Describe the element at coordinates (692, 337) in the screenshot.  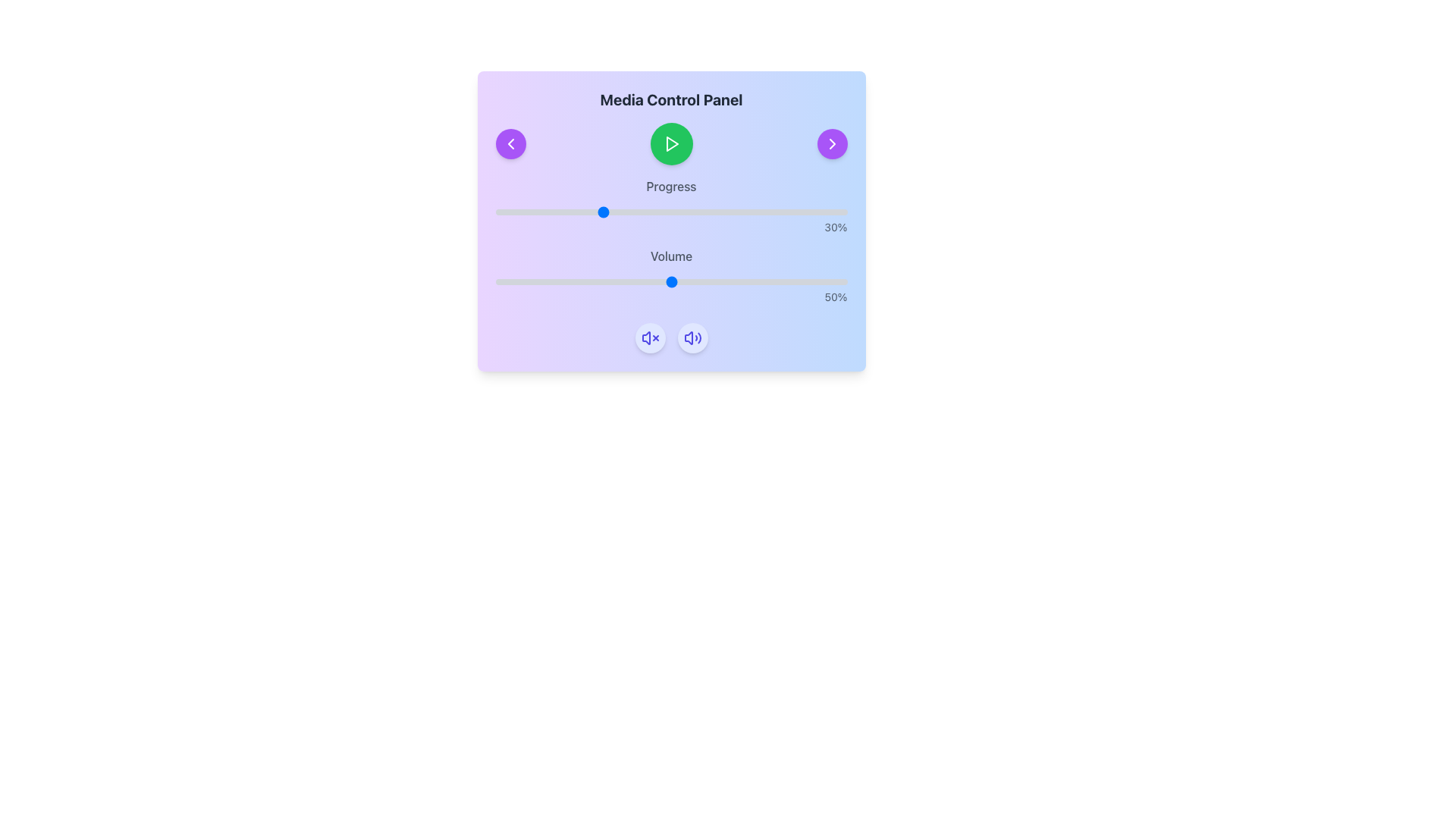
I see `the volume control button located at the bottom-right of the Media Control Panel` at that location.